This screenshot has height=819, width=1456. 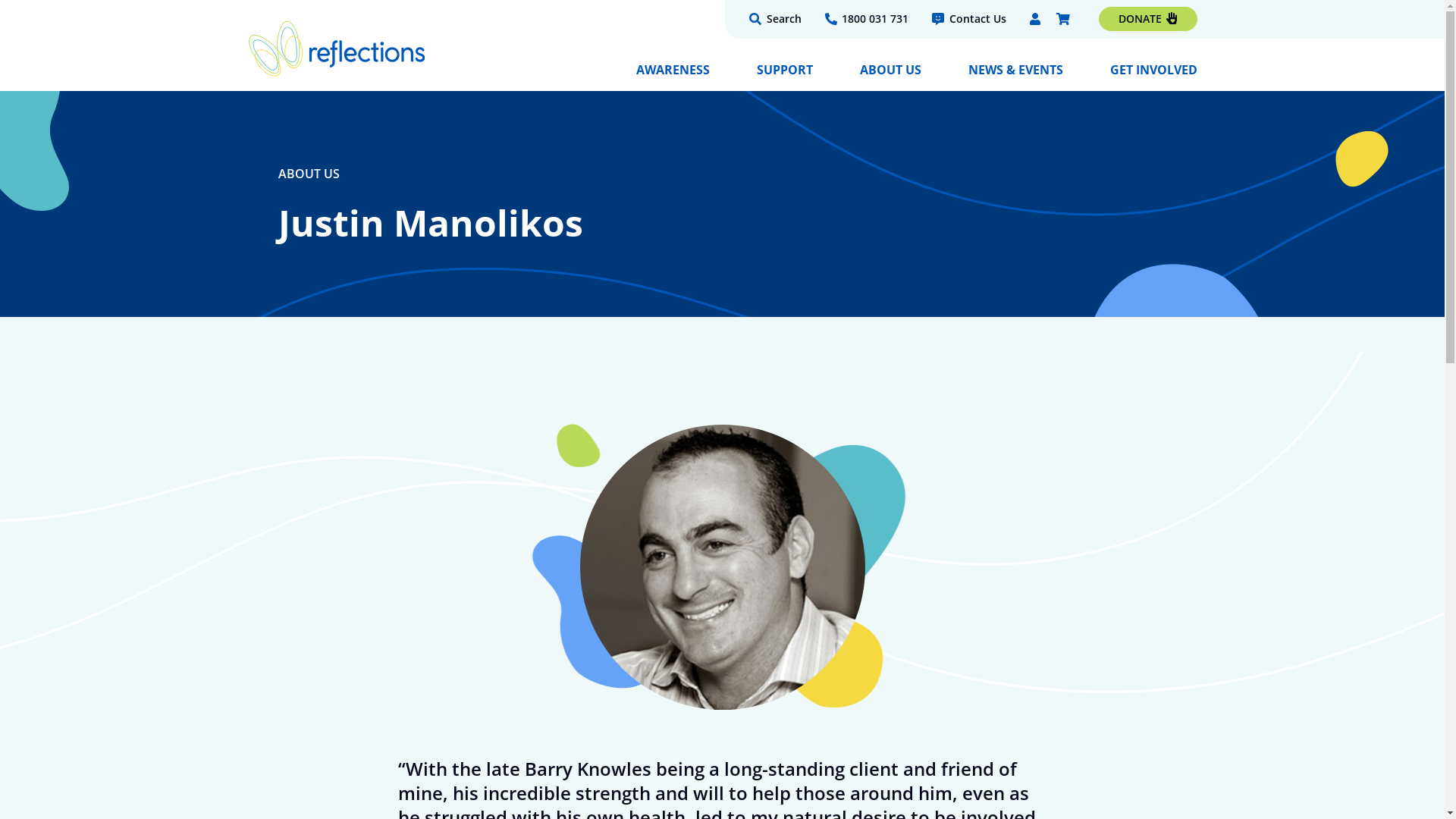 What do you see at coordinates (1064, 20) in the screenshot?
I see `'Checkout'` at bounding box center [1064, 20].